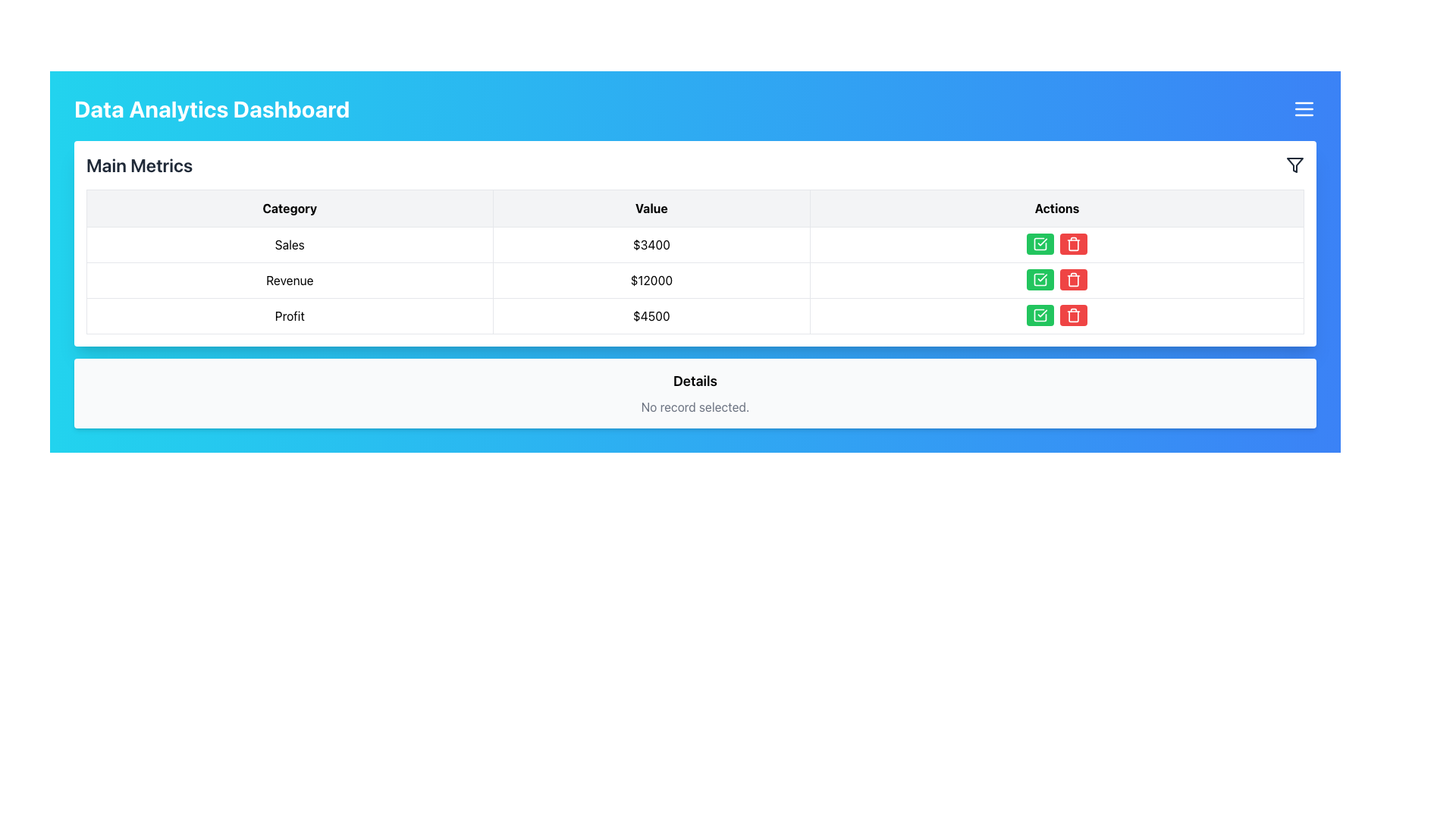 This screenshot has height=819, width=1456. Describe the element at coordinates (694, 315) in the screenshot. I see `the displayed profit value in the table under 'Main Metrics', specifically the value '$4500' in the third row next to the label 'Profit'` at that location.